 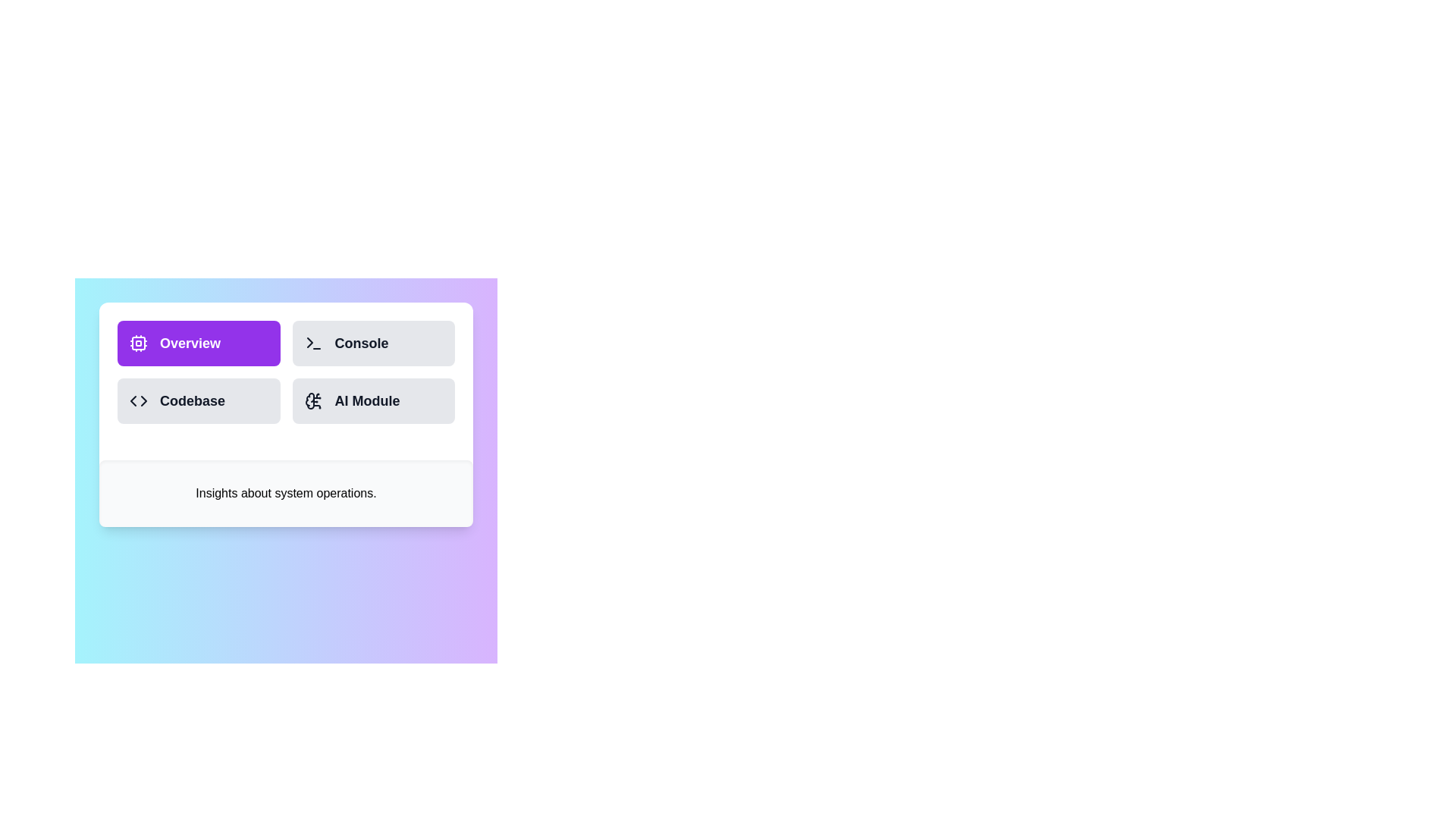 I want to click on the menu option labeled 'Console' to view its content, so click(x=374, y=343).